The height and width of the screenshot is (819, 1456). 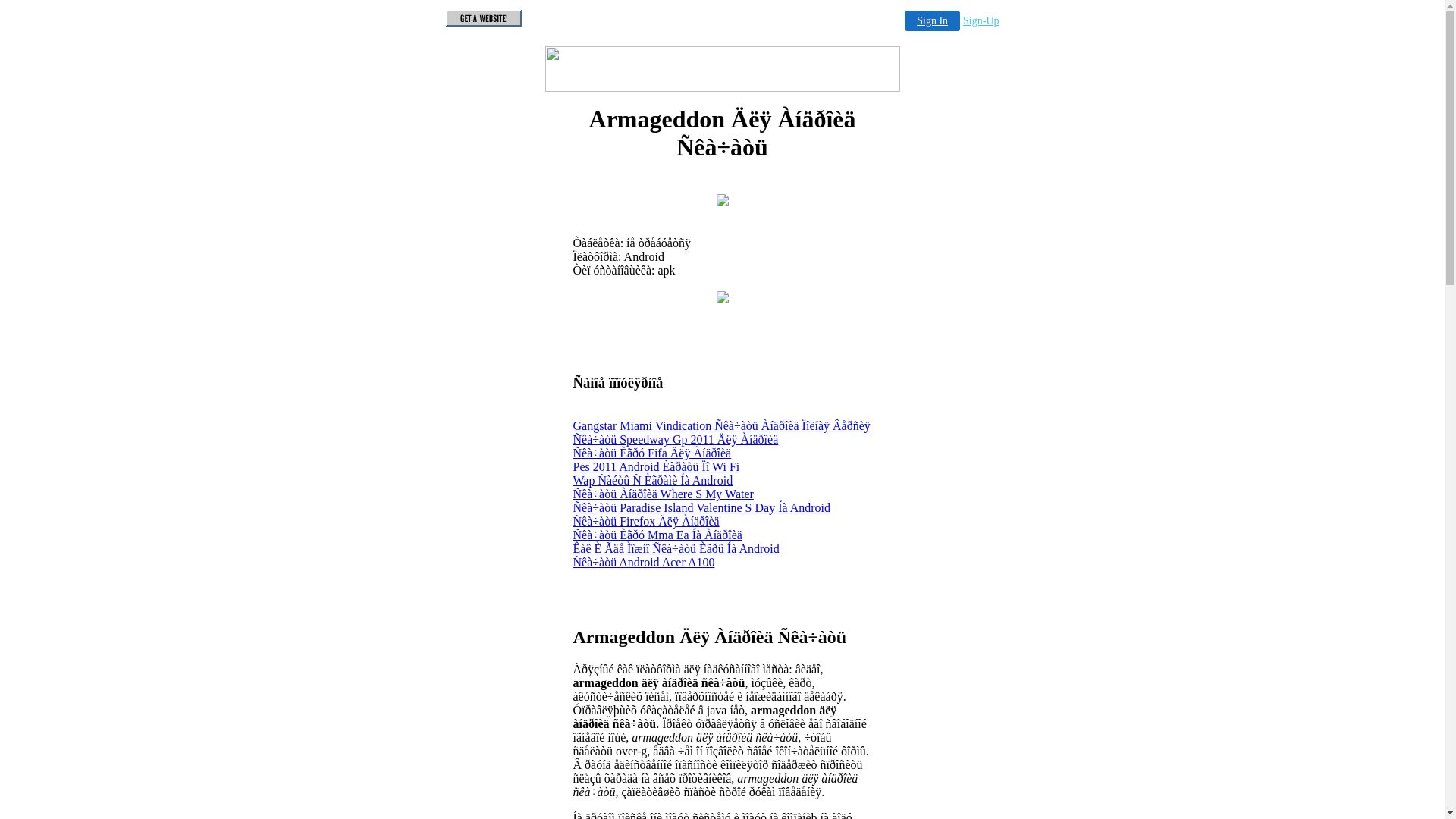 What do you see at coordinates (931, 20) in the screenshot?
I see `'Sign In'` at bounding box center [931, 20].